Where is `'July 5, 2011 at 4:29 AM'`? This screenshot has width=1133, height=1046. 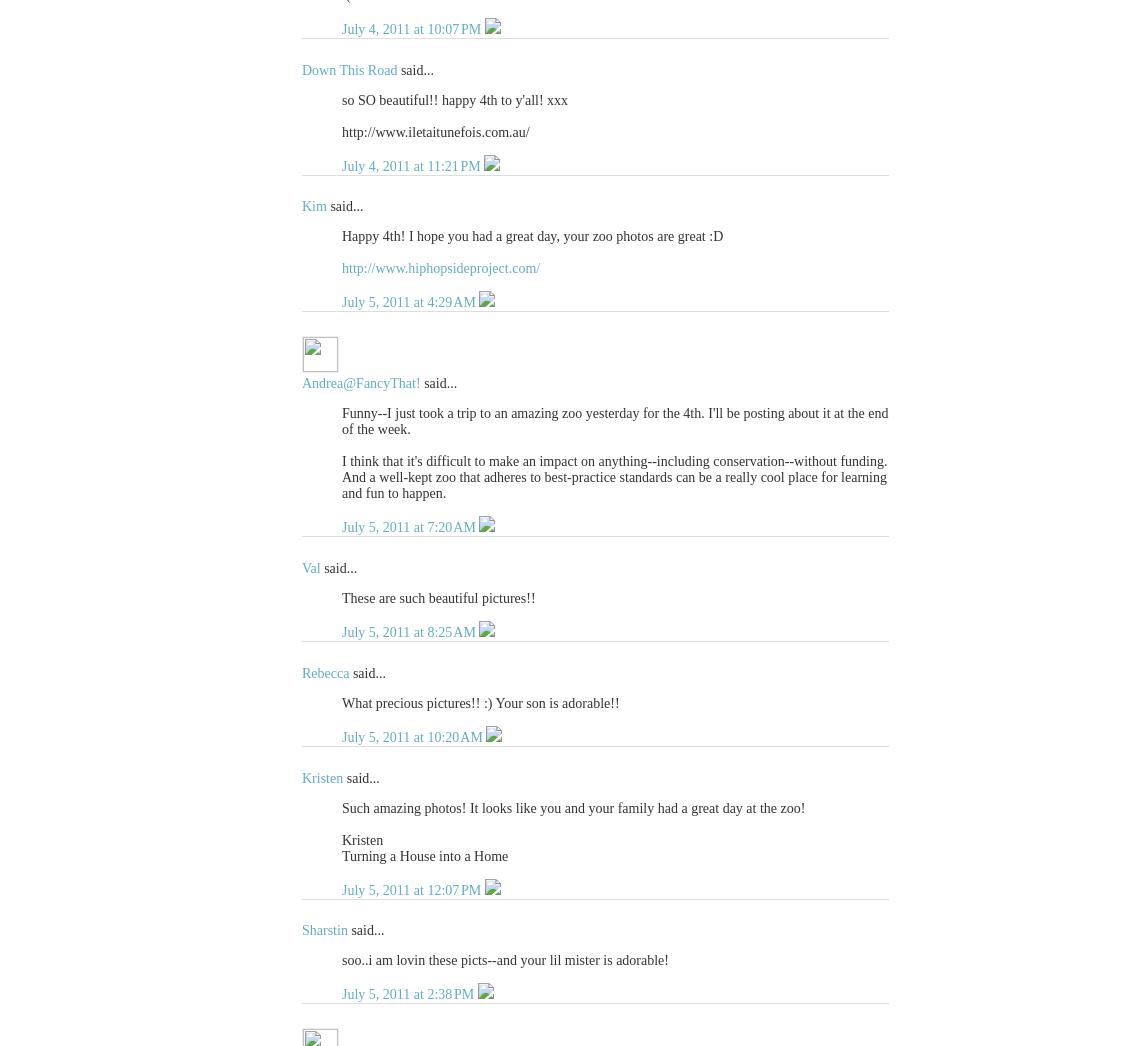
'July 5, 2011 at 4:29 AM' is located at coordinates (410, 302).